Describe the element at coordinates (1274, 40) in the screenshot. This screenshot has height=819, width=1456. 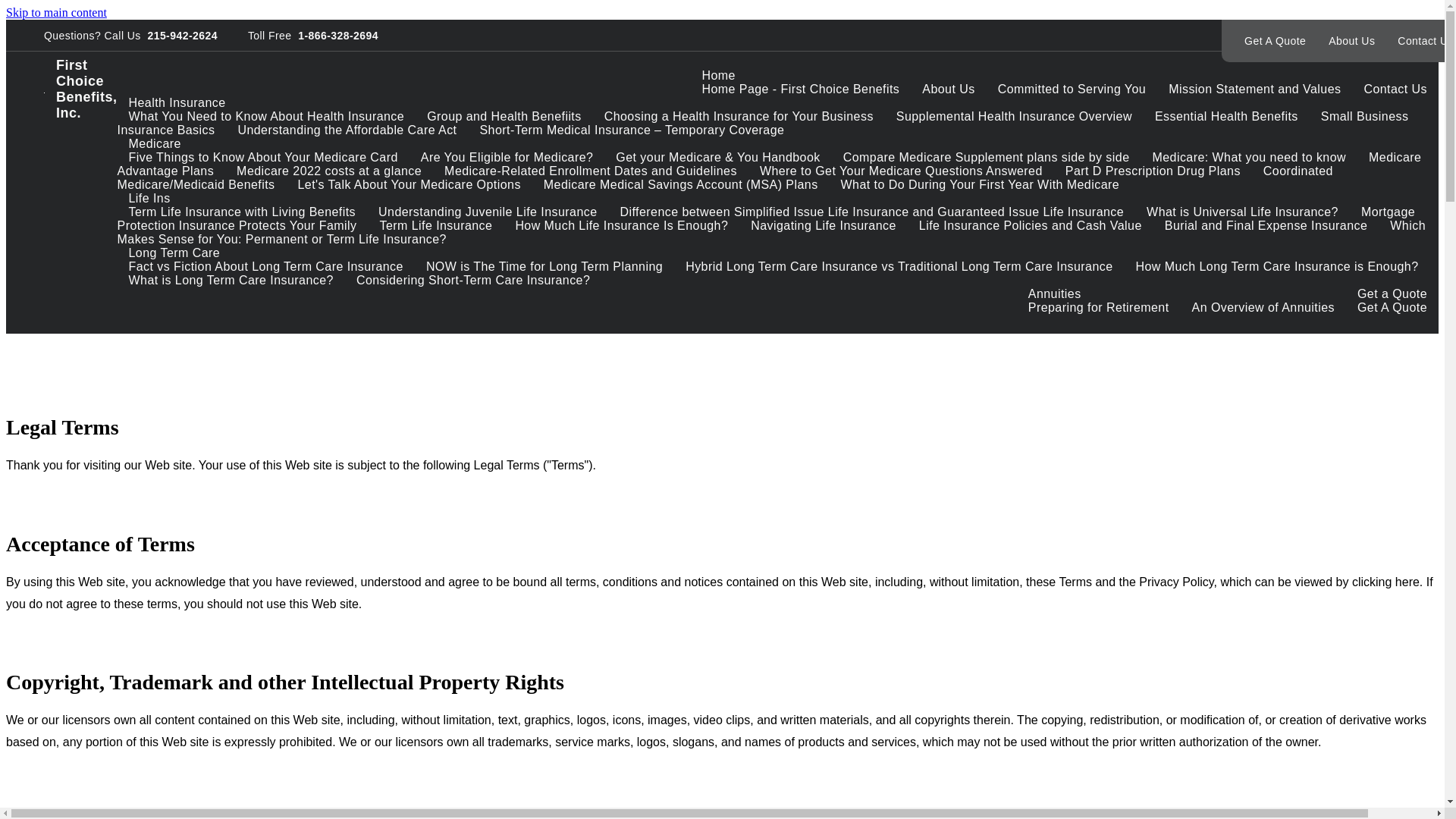
I see `'Get A Quote'` at that location.